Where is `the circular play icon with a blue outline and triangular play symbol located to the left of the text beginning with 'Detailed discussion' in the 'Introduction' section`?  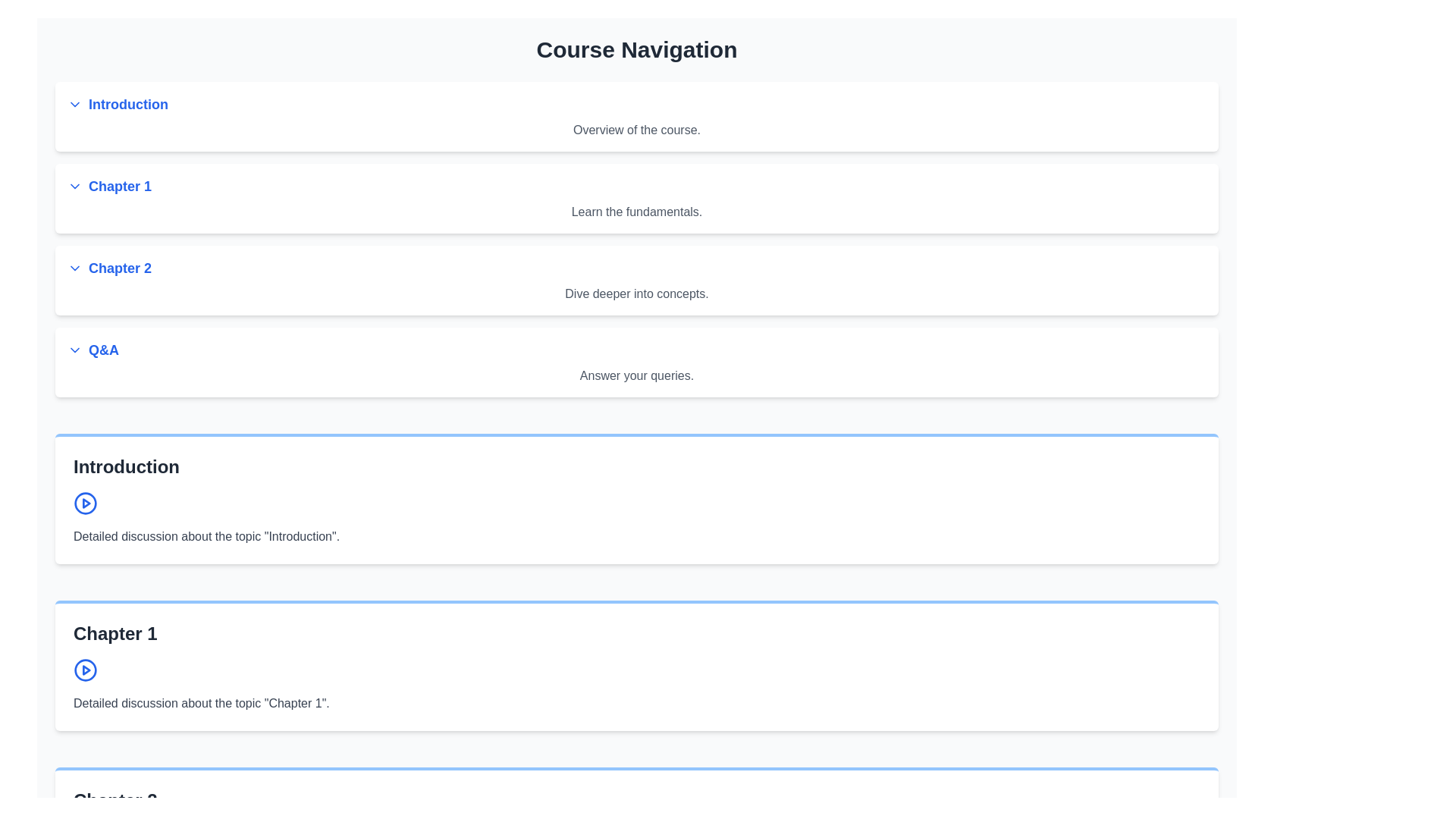
the circular play icon with a blue outline and triangular play symbol located to the left of the text beginning with 'Detailed discussion' in the 'Introduction' section is located at coordinates (85, 503).